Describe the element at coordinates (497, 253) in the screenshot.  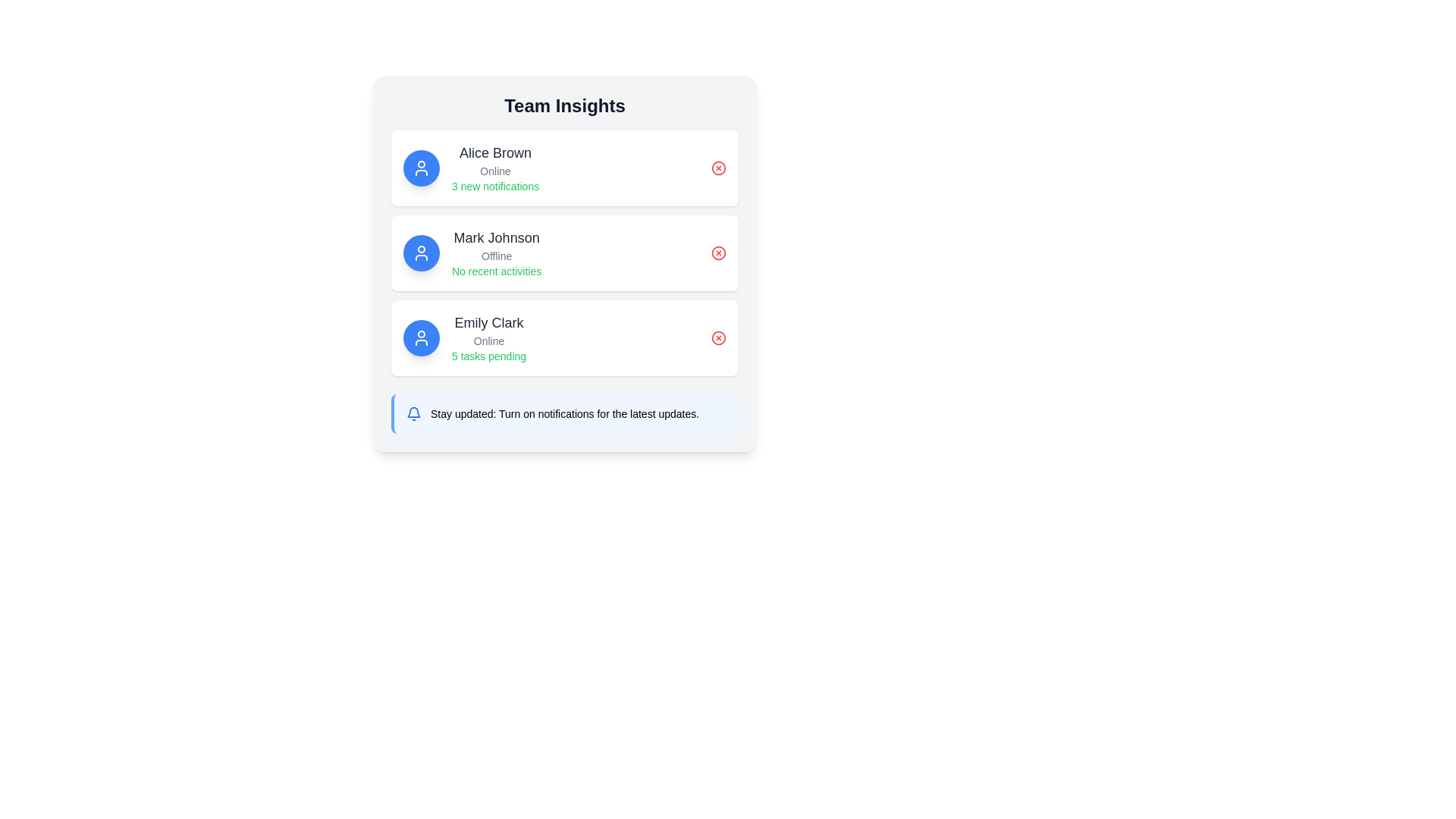
I see `the name 'Mark Johnson' or the status 'Offline' in the descriptive text block` at that location.